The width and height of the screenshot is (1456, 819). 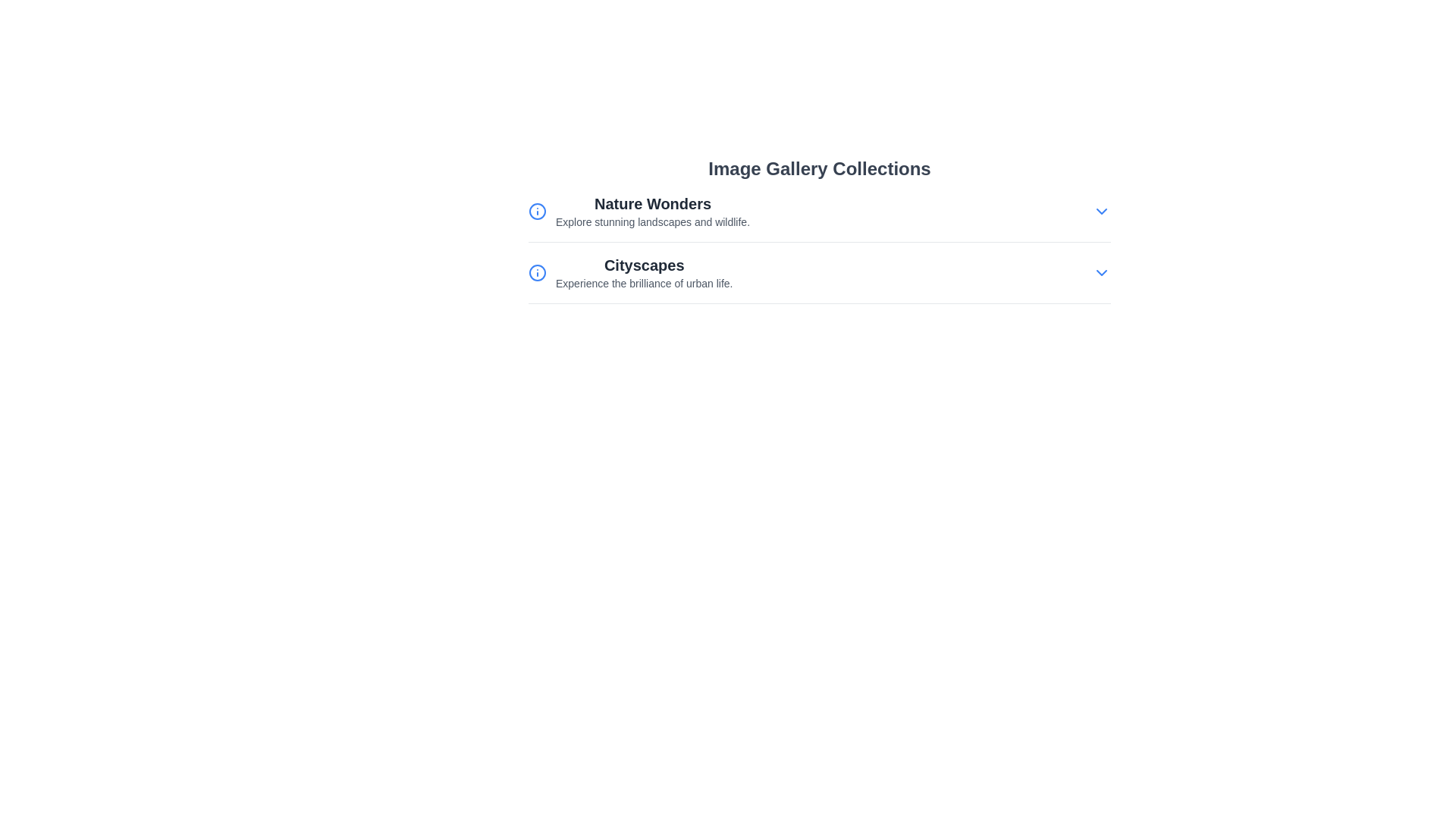 What do you see at coordinates (652, 222) in the screenshot?
I see `the static text providing a description for the 'Nature Wonders' collection, located directly below the title 'Nature Wonders'` at bounding box center [652, 222].